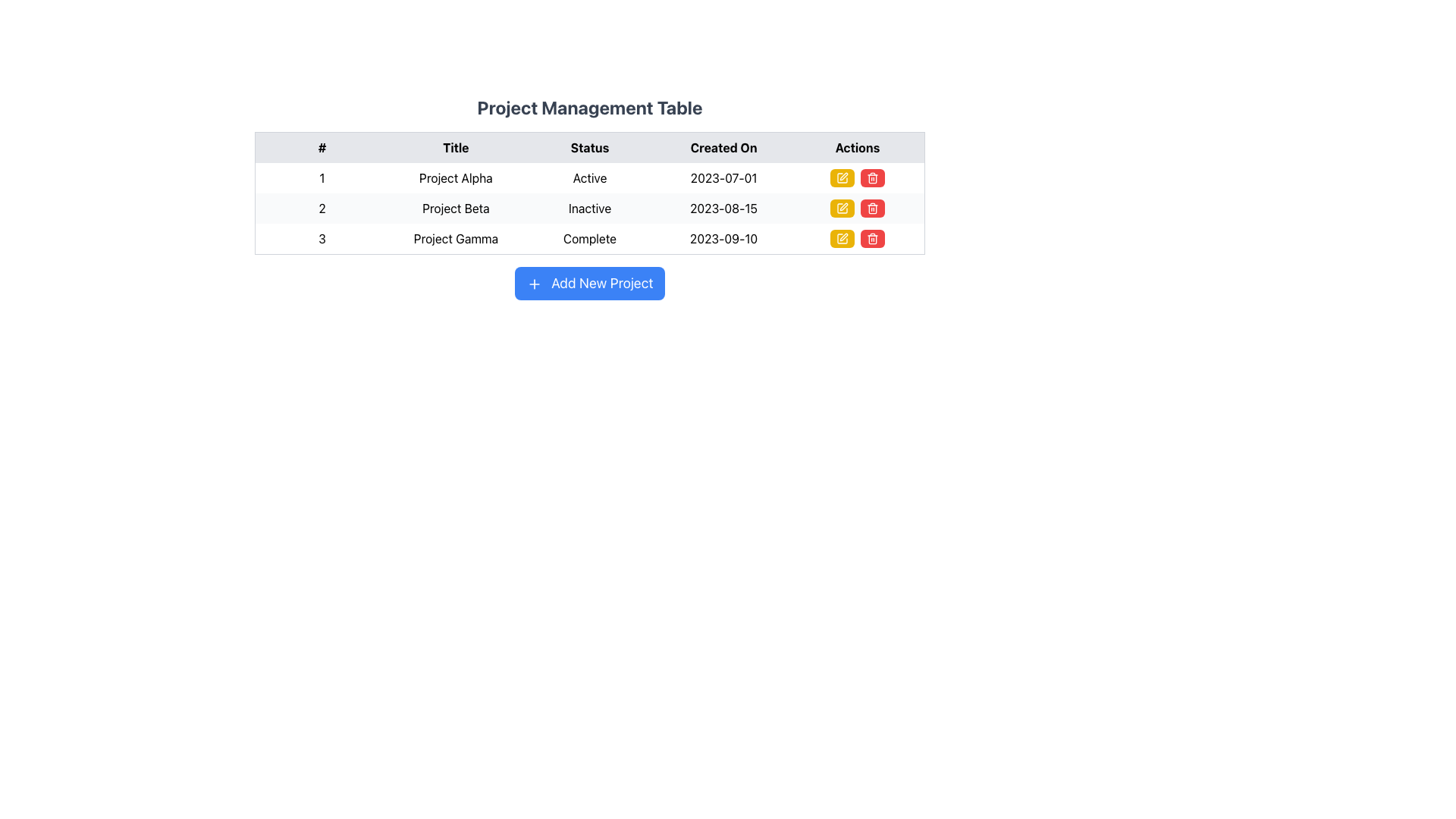  What do you see at coordinates (588, 208) in the screenshot?
I see `text for project details from the second row of the project management table, which includes columns for 'Title', 'Status', 'Created On', and 'Actions'` at bounding box center [588, 208].